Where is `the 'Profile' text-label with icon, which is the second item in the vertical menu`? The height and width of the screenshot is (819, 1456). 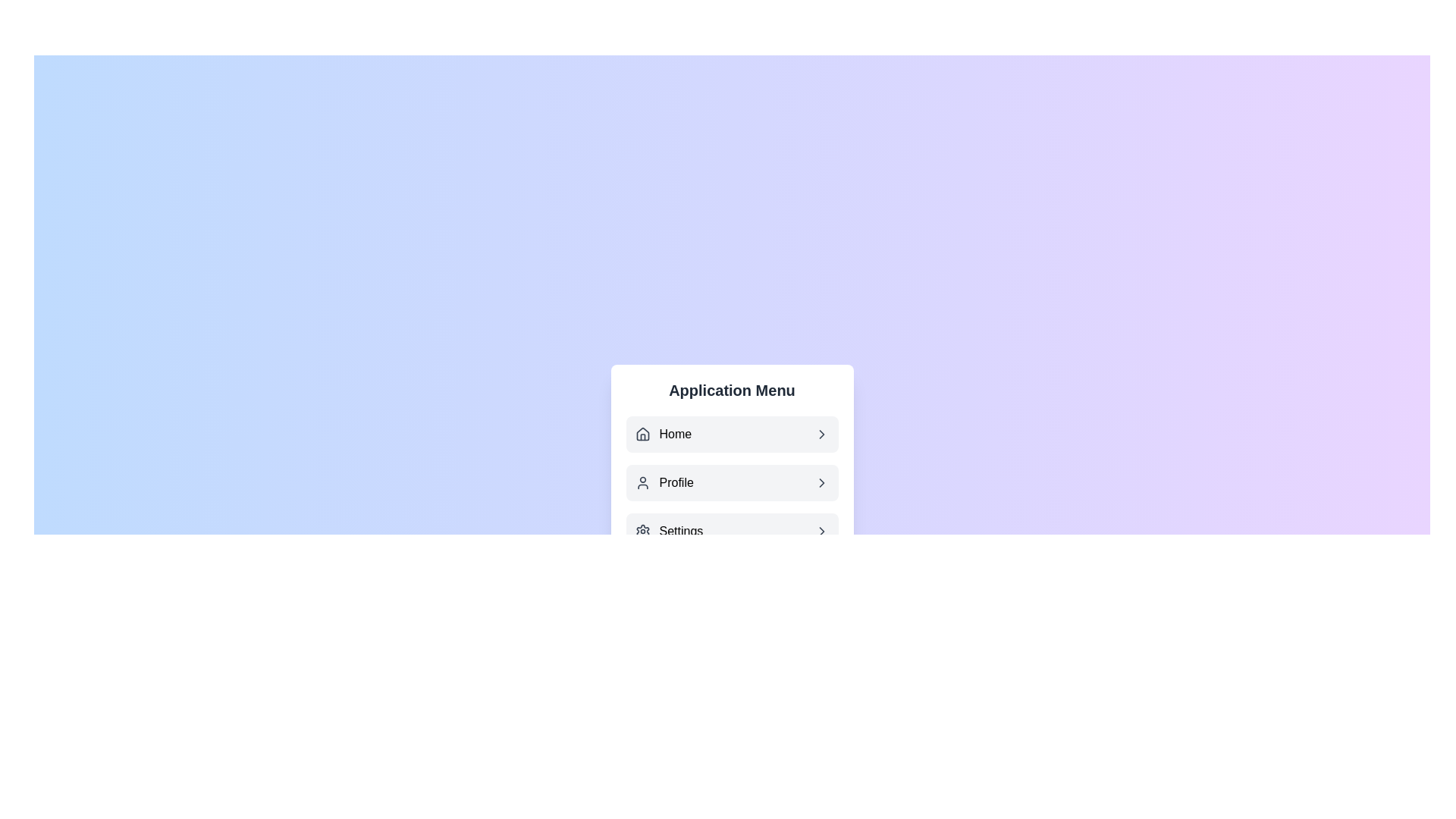 the 'Profile' text-label with icon, which is the second item in the vertical menu is located at coordinates (664, 482).